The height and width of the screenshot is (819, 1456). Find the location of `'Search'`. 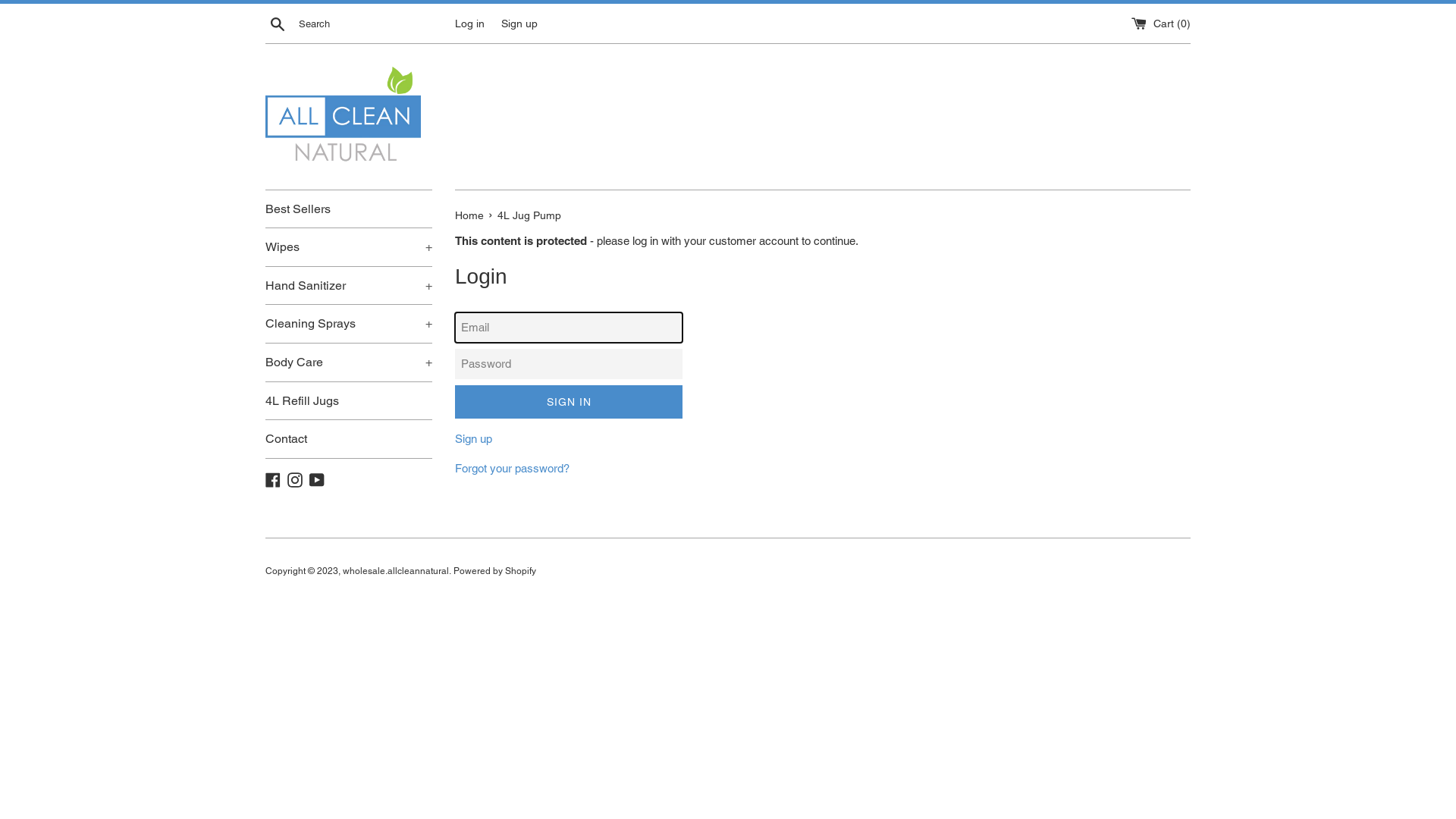

'Search' is located at coordinates (277, 23).